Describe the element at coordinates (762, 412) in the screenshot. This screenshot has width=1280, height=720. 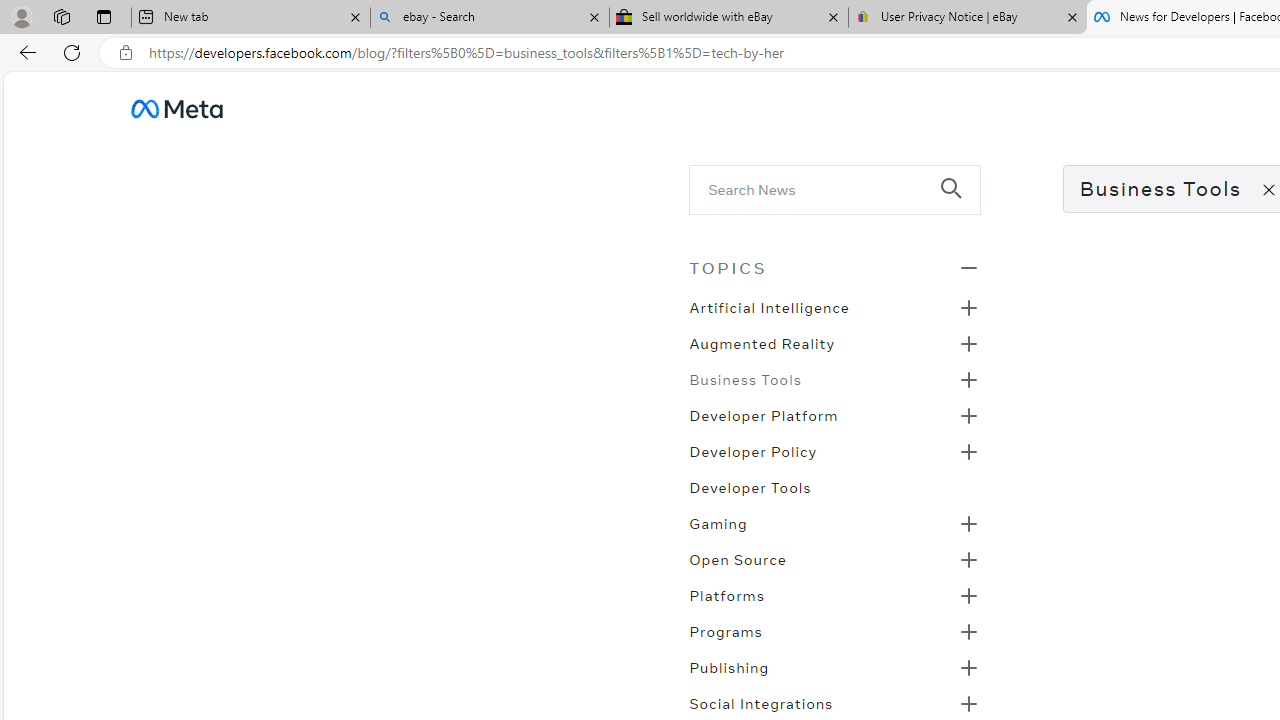
I see `'Developer Platform'` at that location.